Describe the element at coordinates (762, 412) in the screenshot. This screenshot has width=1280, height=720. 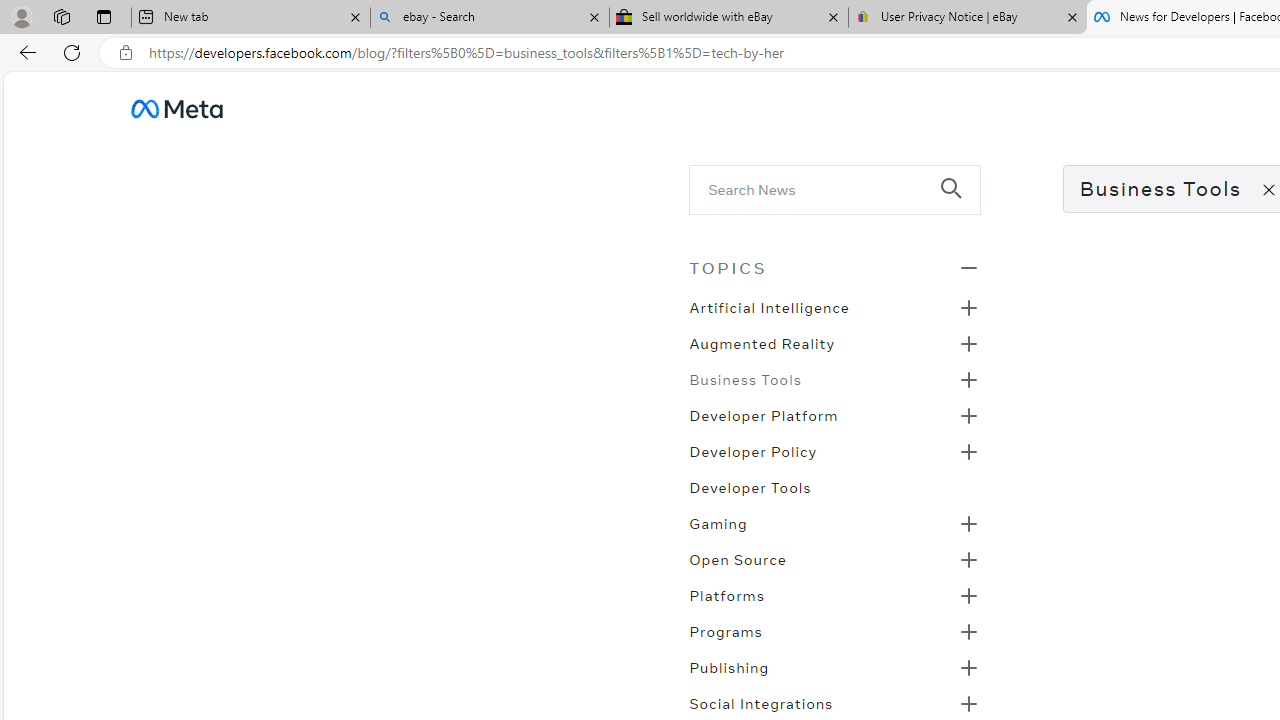
I see `'Developer Platform'` at that location.